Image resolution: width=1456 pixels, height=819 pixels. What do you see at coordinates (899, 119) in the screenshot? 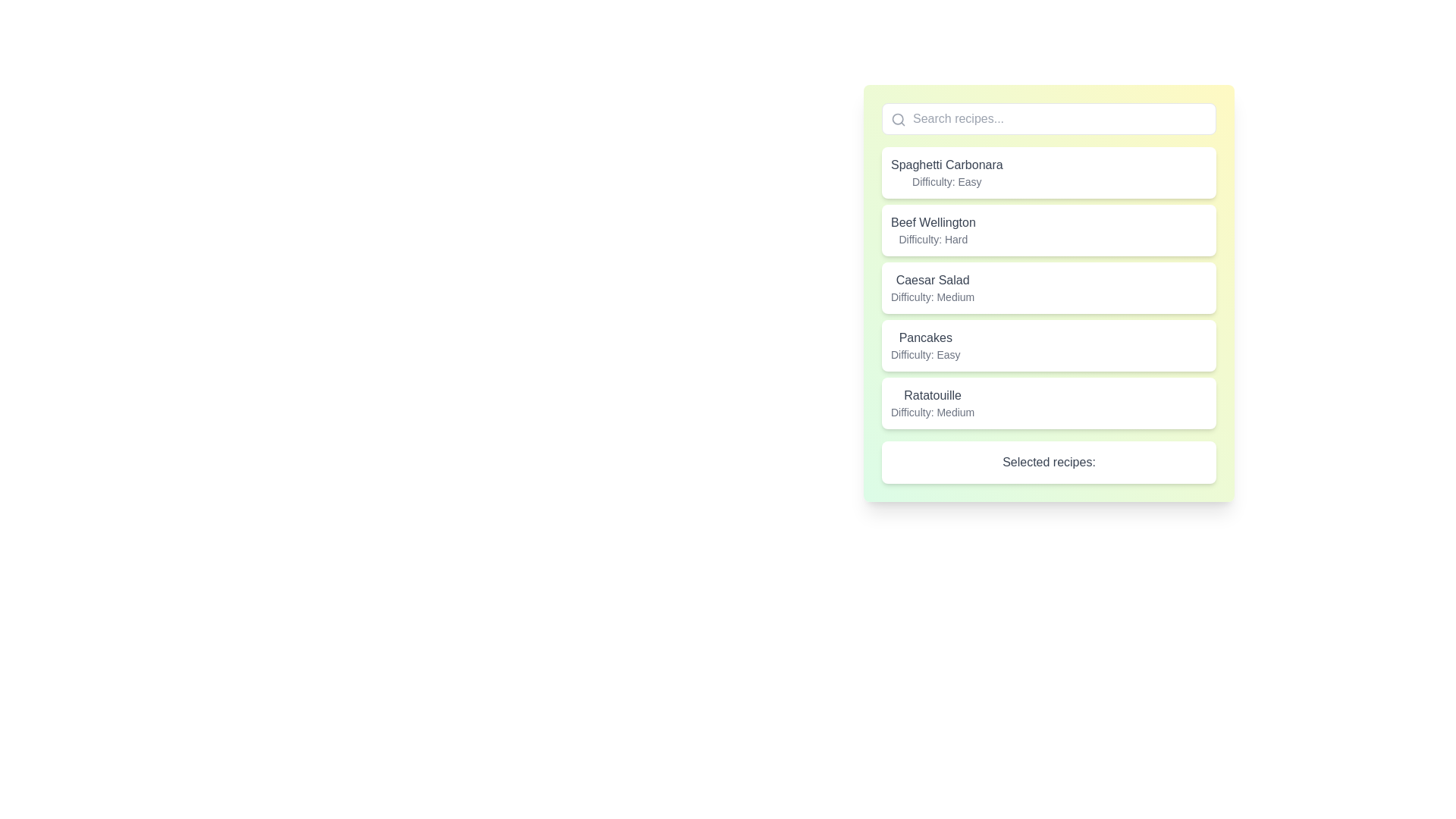
I see `the search icon to focus the associated input field for initiating a search action` at bounding box center [899, 119].